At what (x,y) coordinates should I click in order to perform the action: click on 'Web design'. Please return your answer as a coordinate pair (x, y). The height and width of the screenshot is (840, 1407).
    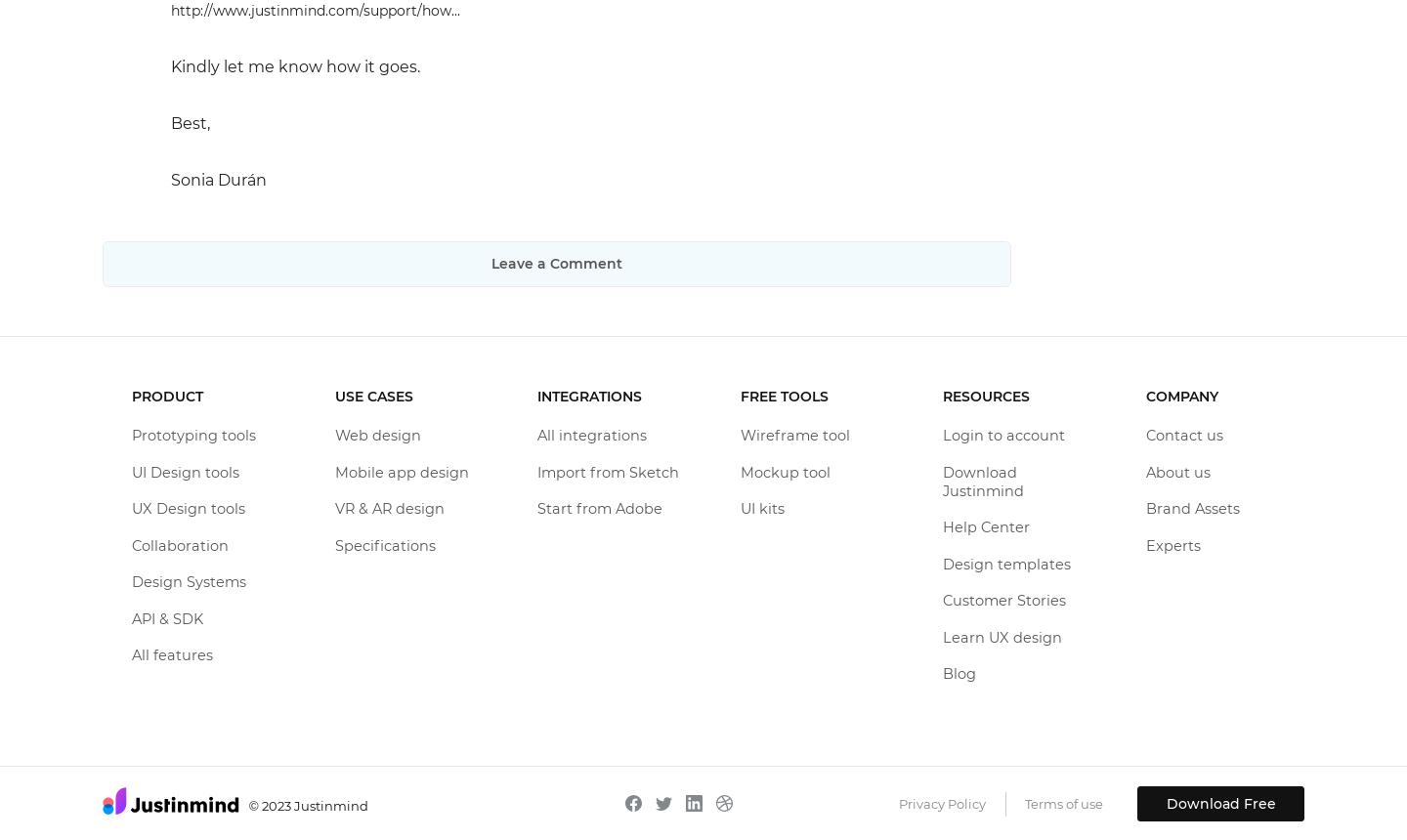
    Looking at the image, I should click on (376, 435).